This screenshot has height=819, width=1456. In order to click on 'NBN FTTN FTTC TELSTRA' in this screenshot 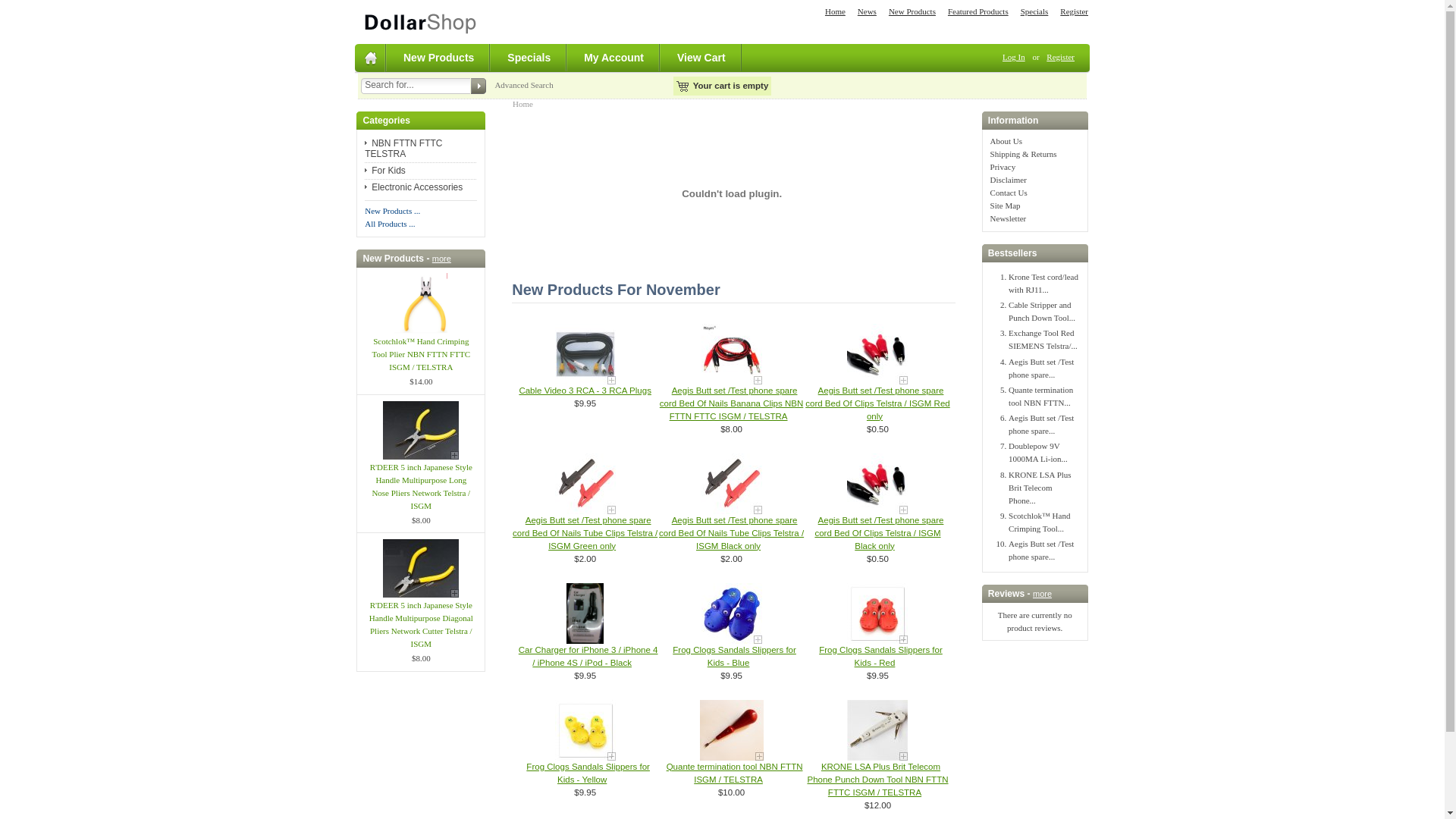, I will do `click(403, 149)`.